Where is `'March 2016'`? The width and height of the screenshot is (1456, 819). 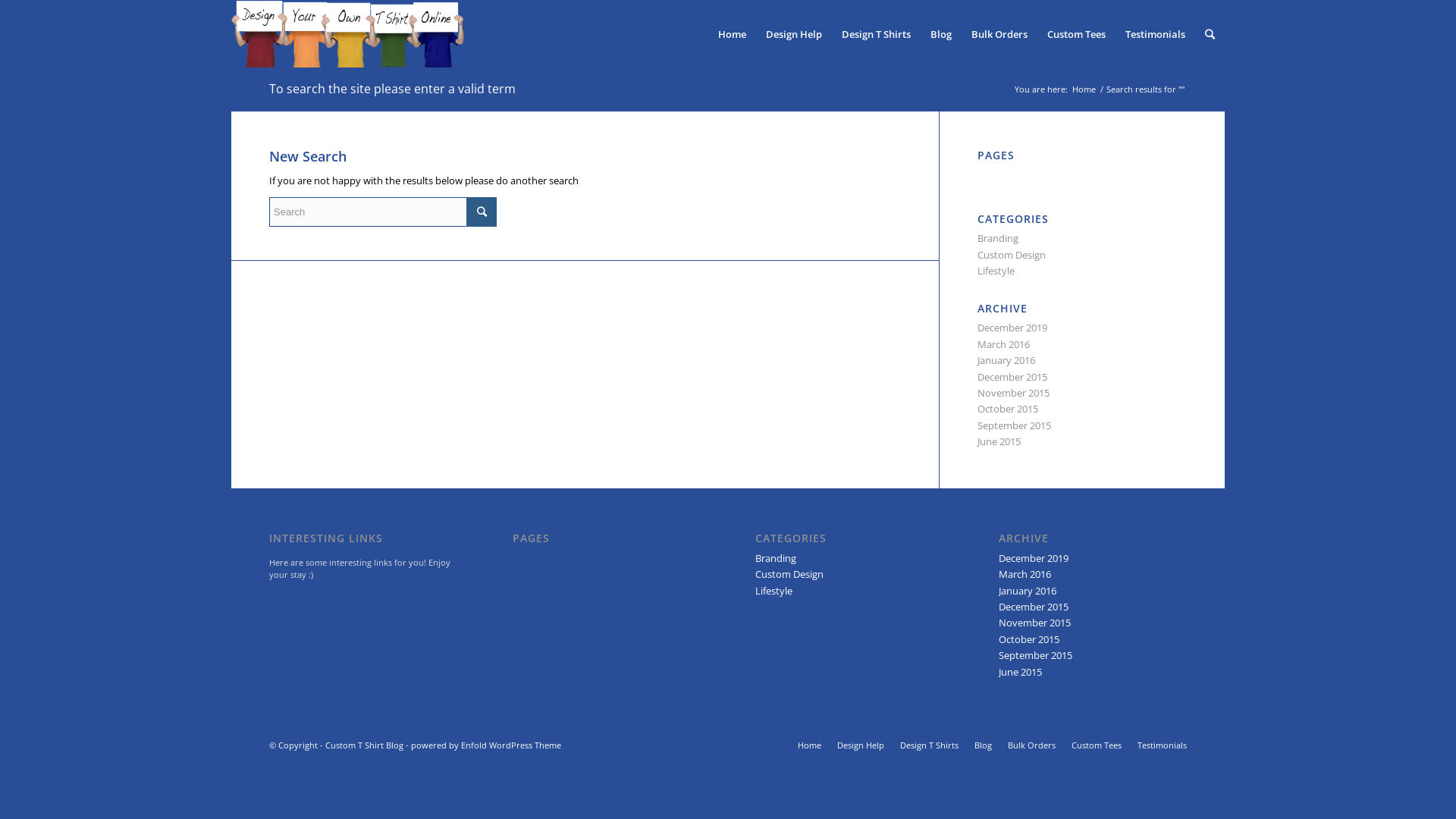
'March 2016' is located at coordinates (1003, 344).